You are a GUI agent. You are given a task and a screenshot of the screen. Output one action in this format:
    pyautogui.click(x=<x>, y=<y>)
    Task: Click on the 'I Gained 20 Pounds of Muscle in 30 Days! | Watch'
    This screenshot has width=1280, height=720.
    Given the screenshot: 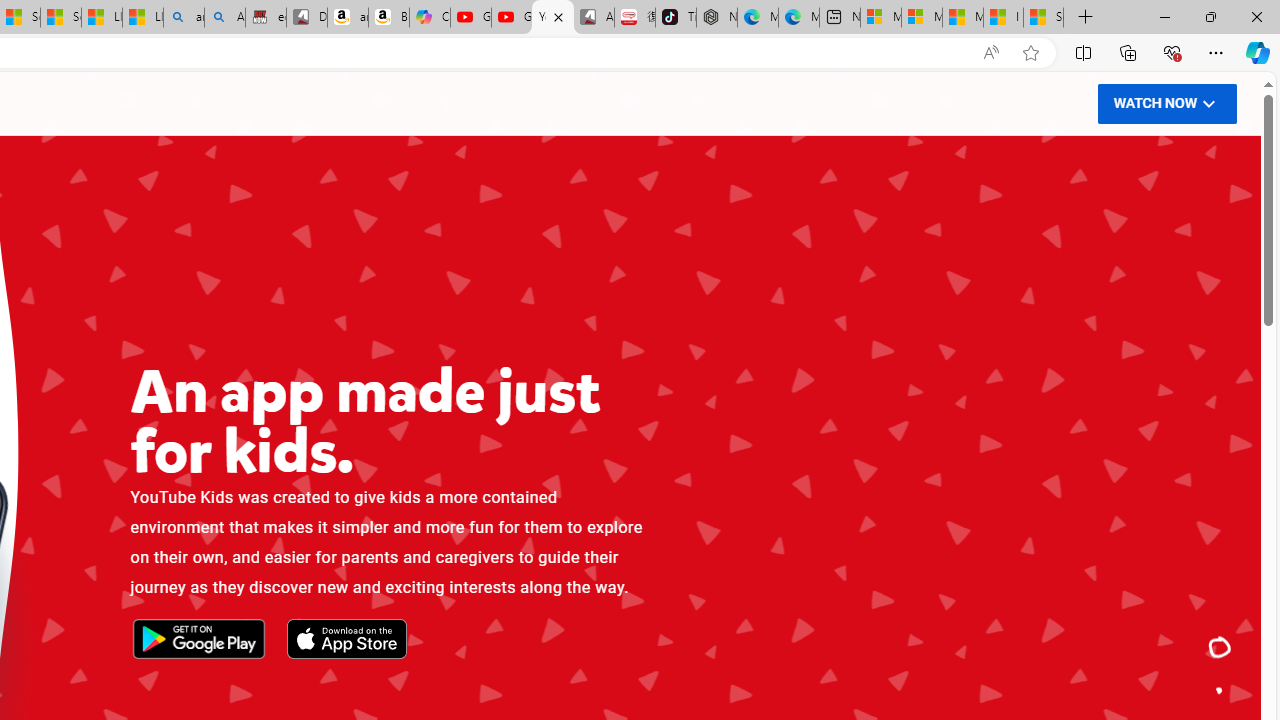 What is the action you would take?
    pyautogui.click(x=1003, y=17)
    